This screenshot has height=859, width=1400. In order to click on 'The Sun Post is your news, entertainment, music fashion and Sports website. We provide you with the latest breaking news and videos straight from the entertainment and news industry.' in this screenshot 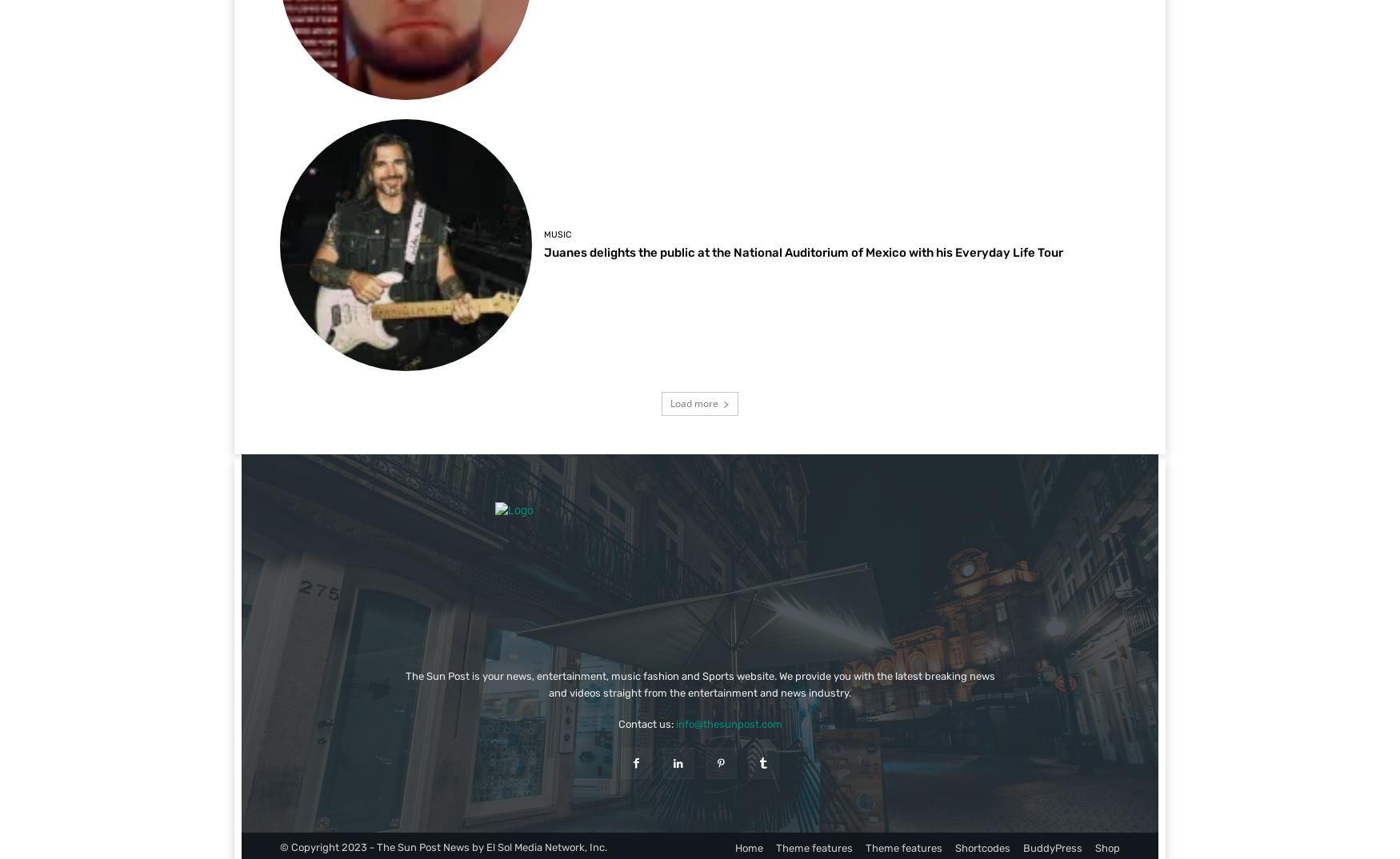, I will do `click(403, 684)`.